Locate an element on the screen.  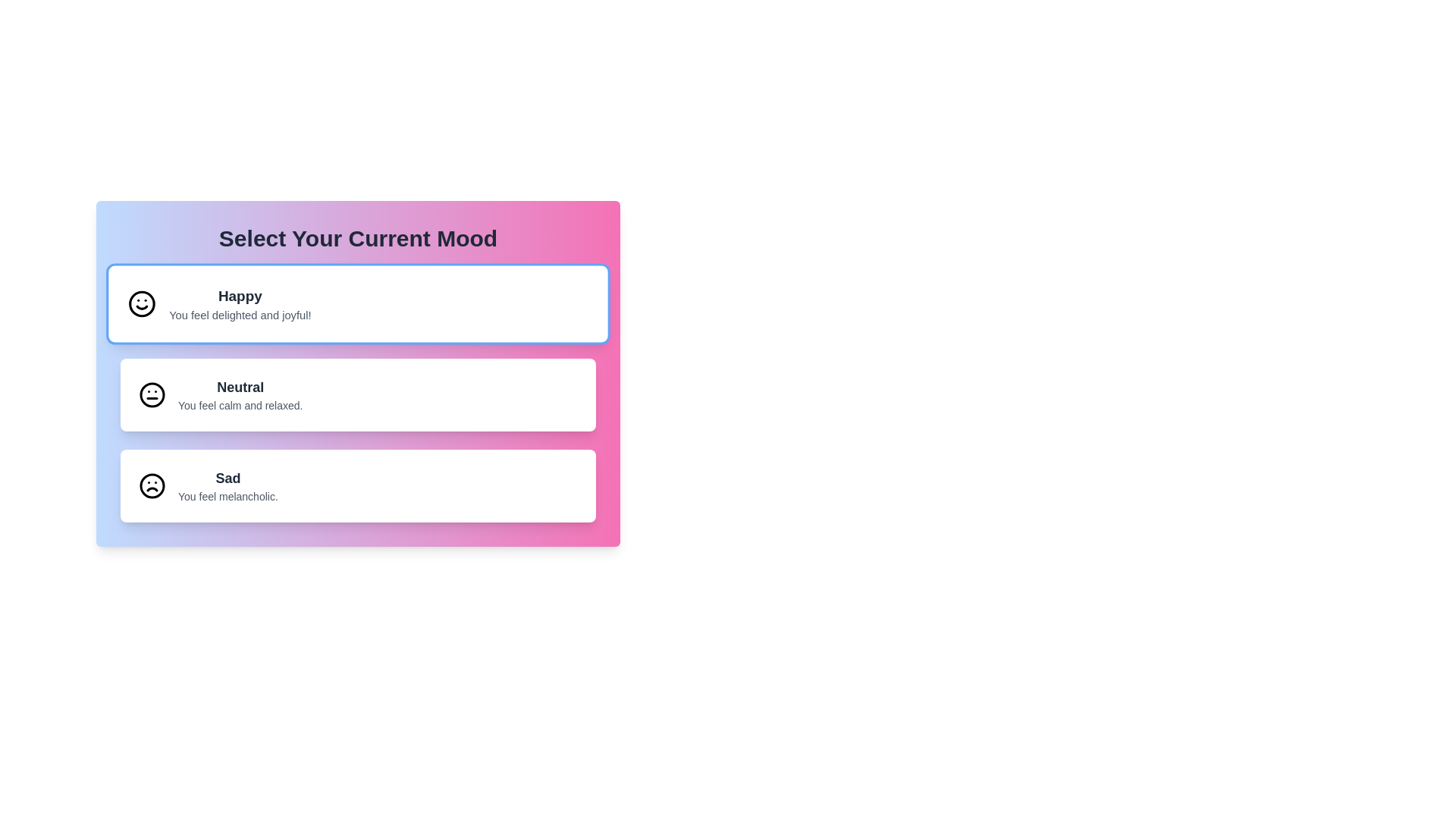
the smiley face icon within the 'Happy' card of the mood selector, which is the first item in the list of options is located at coordinates (142, 304).